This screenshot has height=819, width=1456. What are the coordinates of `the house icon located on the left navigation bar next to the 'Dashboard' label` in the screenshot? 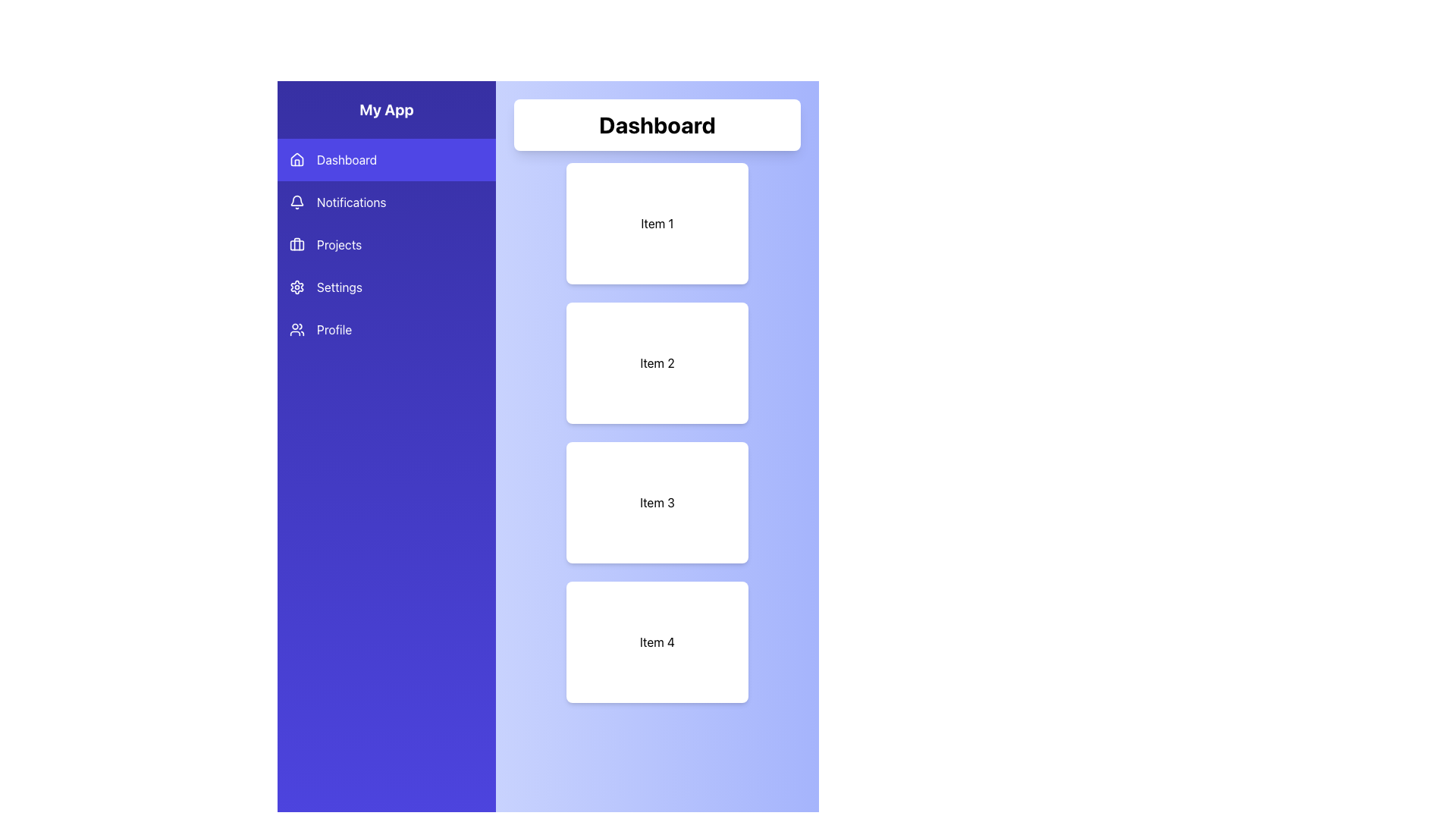 It's located at (297, 158).